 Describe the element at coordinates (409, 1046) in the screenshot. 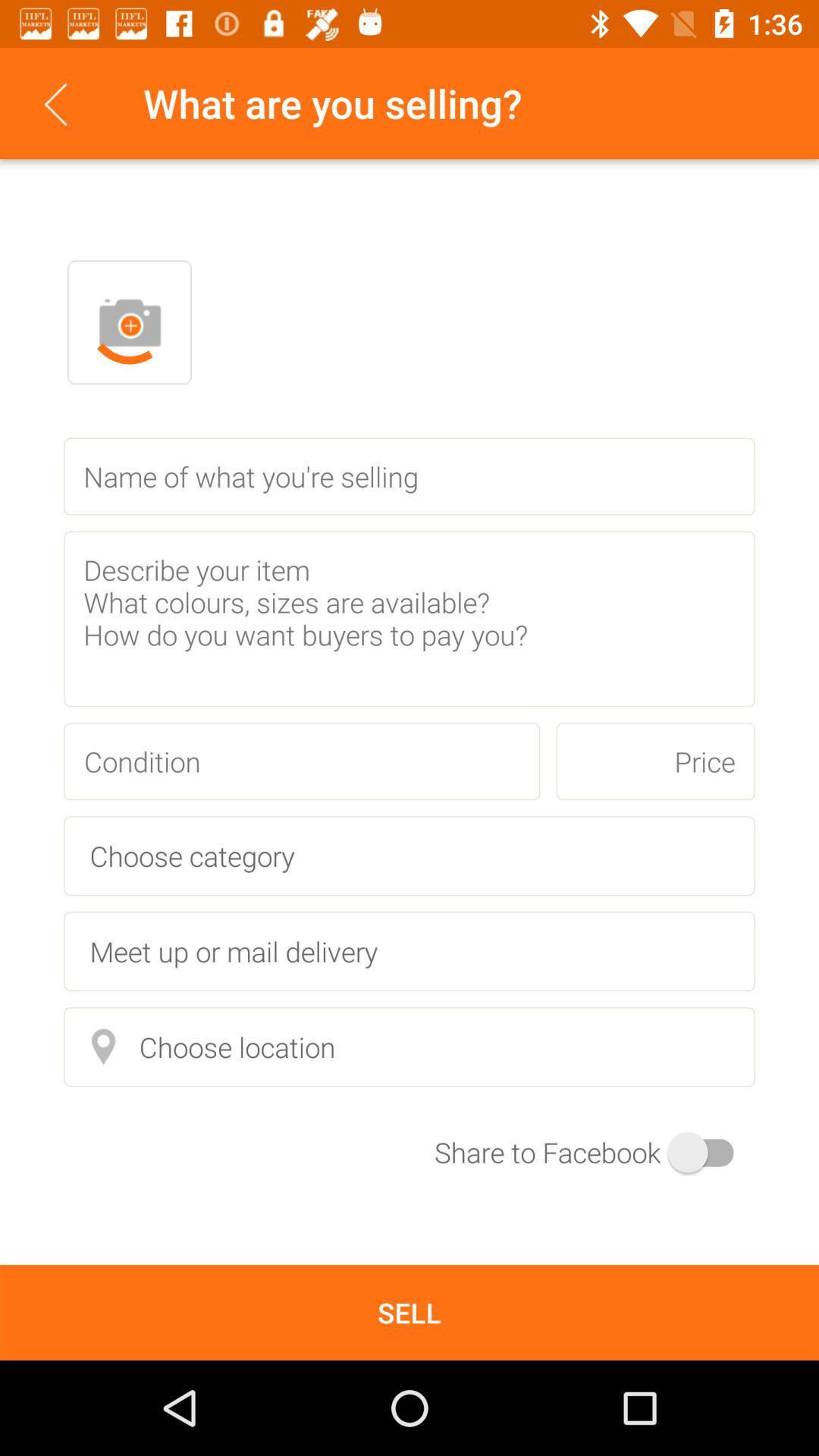

I see `the last field choose location` at that location.